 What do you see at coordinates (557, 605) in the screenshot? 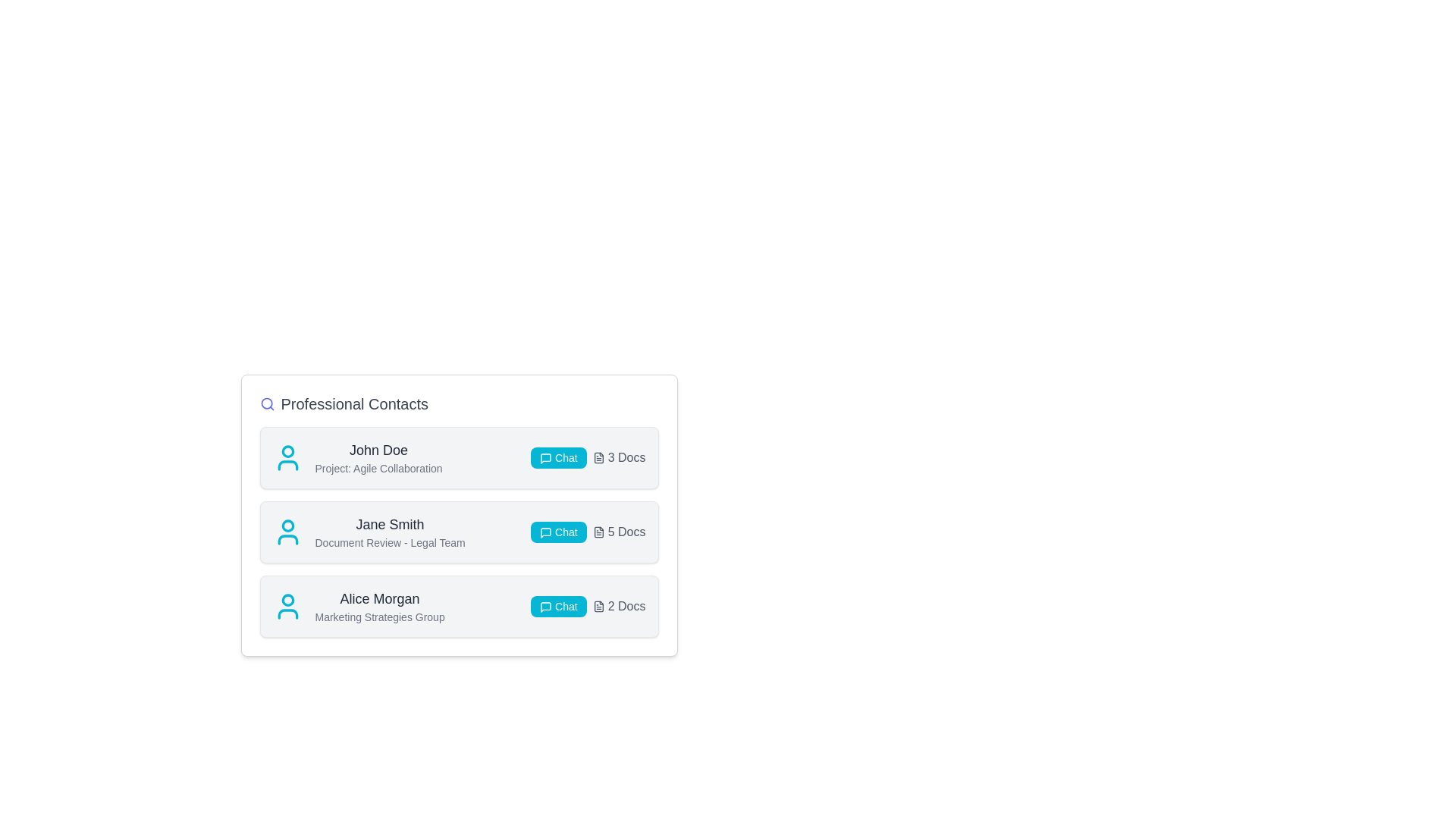
I see `the 'Chat' button for the contact Alice Morgan` at bounding box center [557, 605].